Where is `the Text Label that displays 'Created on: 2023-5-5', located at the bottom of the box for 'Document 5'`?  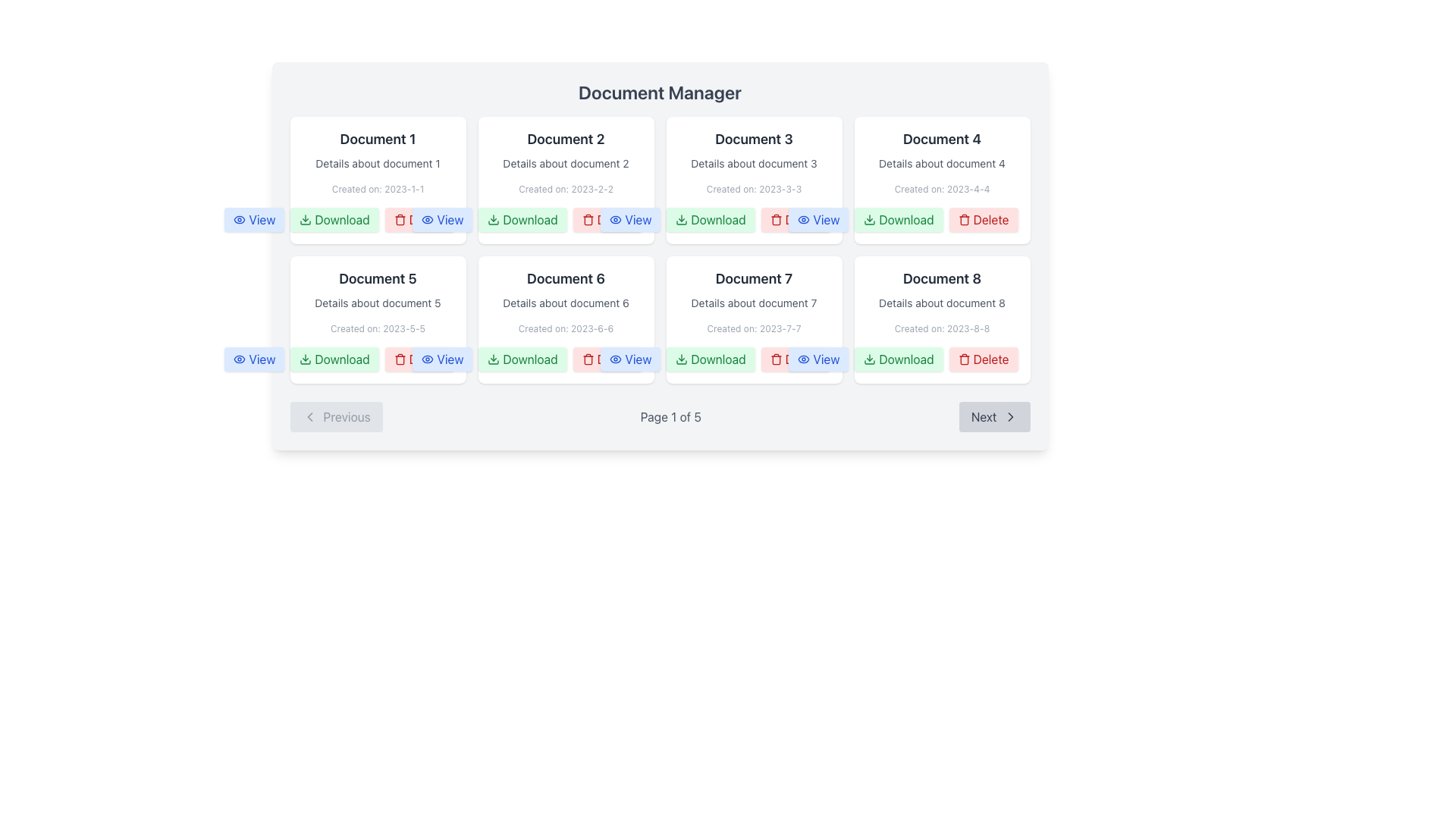
the Text Label that displays 'Created on: 2023-5-5', located at the bottom of the box for 'Document 5' is located at coordinates (378, 328).